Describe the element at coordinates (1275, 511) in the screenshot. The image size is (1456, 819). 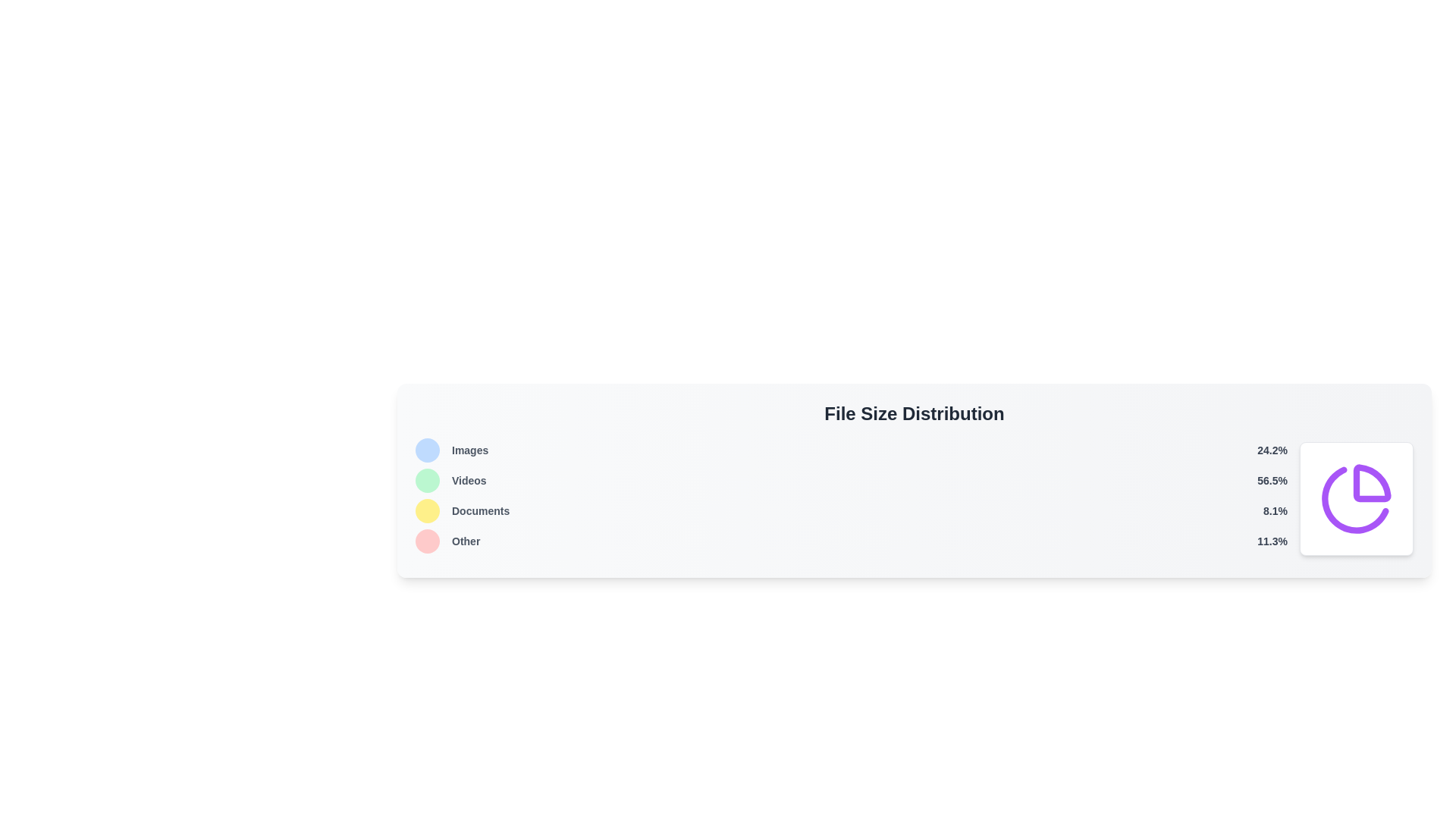
I see `the Label displaying metric value, which shows a numerical percentage value in the rightmost part of the horizontal row labeled 'Documents'` at that location.